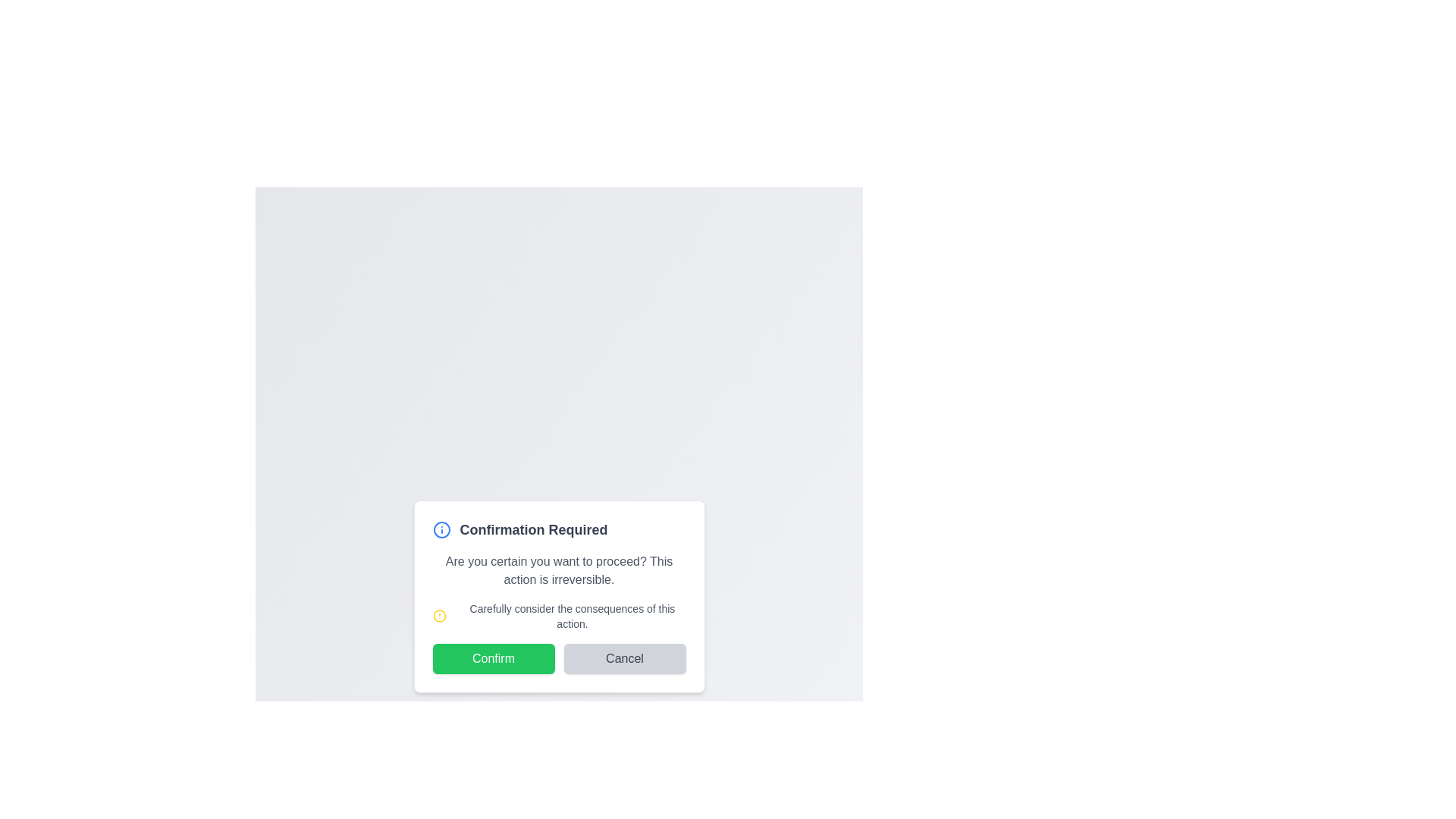 This screenshot has height=819, width=1456. I want to click on the critical confirmation message static text located below the headline 'Confirmation Required' and above the message 'Carefully consider the consequences of this action.', so click(558, 570).